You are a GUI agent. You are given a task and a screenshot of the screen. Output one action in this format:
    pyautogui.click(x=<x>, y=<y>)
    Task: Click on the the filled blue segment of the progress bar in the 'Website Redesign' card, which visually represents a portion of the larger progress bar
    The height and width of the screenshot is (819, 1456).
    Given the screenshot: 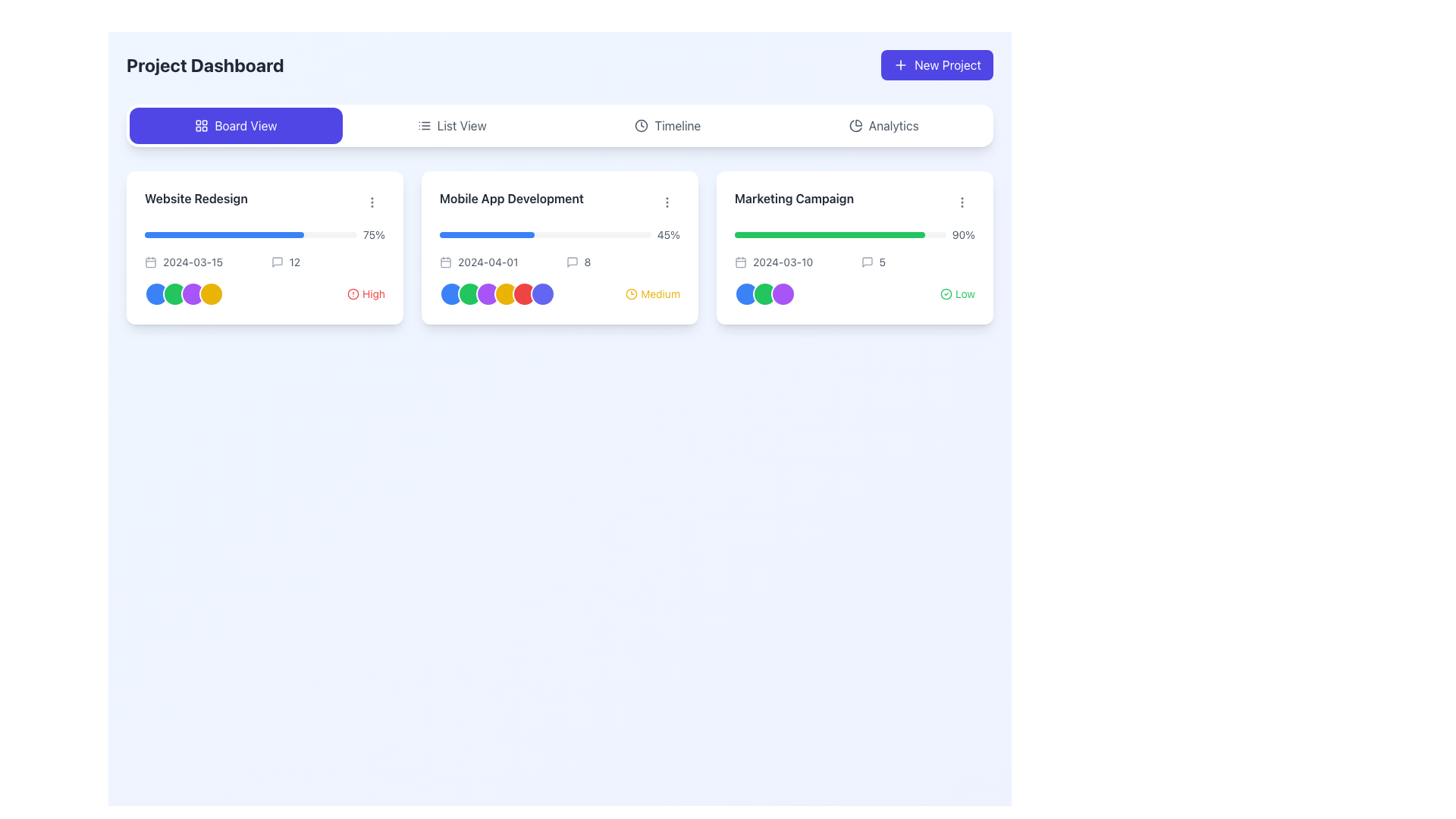 What is the action you would take?
    pyautogui.click(x=224, y=234)
    